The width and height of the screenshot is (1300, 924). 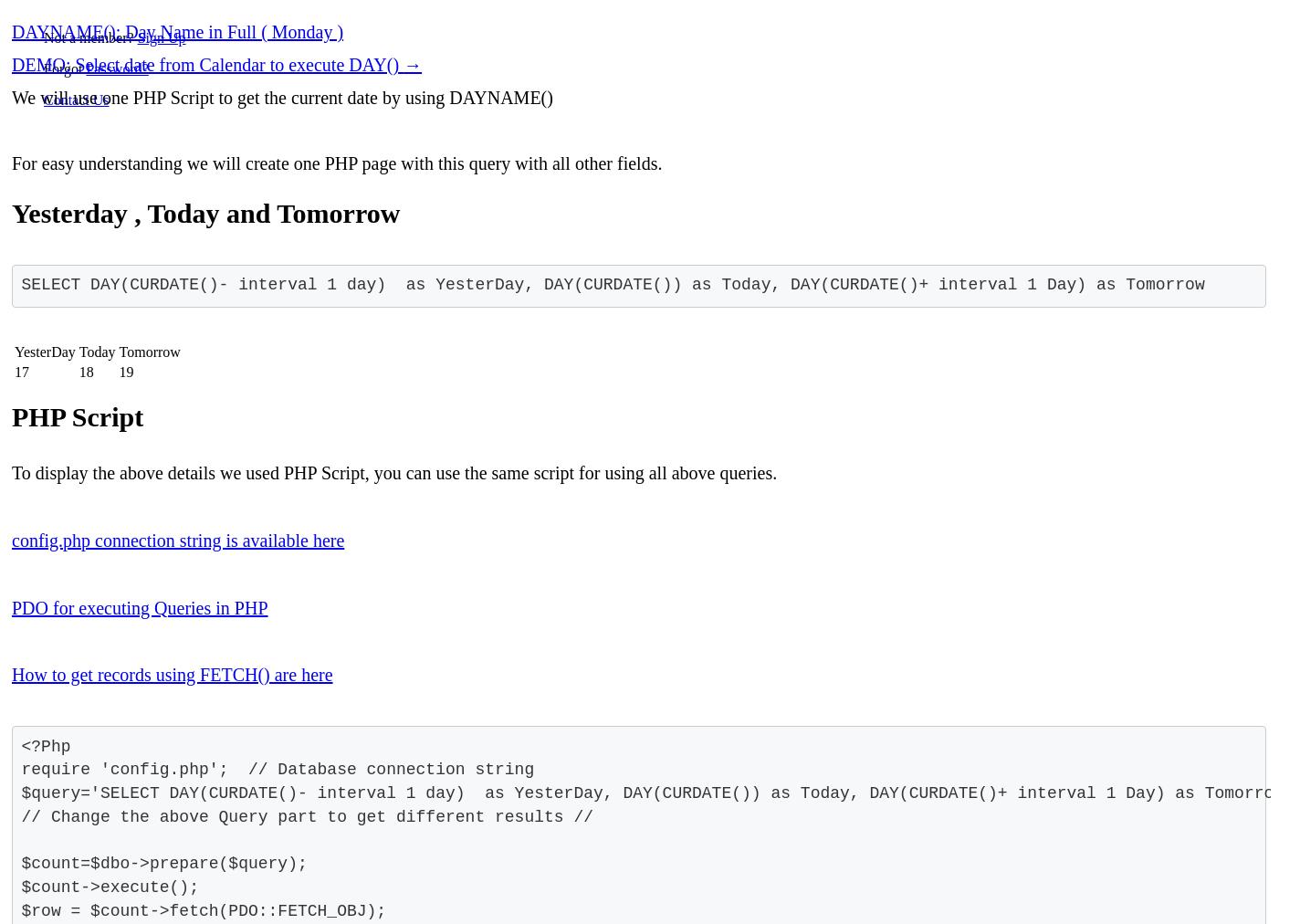 I want to click on 'Today', so click(x=96, y=352).